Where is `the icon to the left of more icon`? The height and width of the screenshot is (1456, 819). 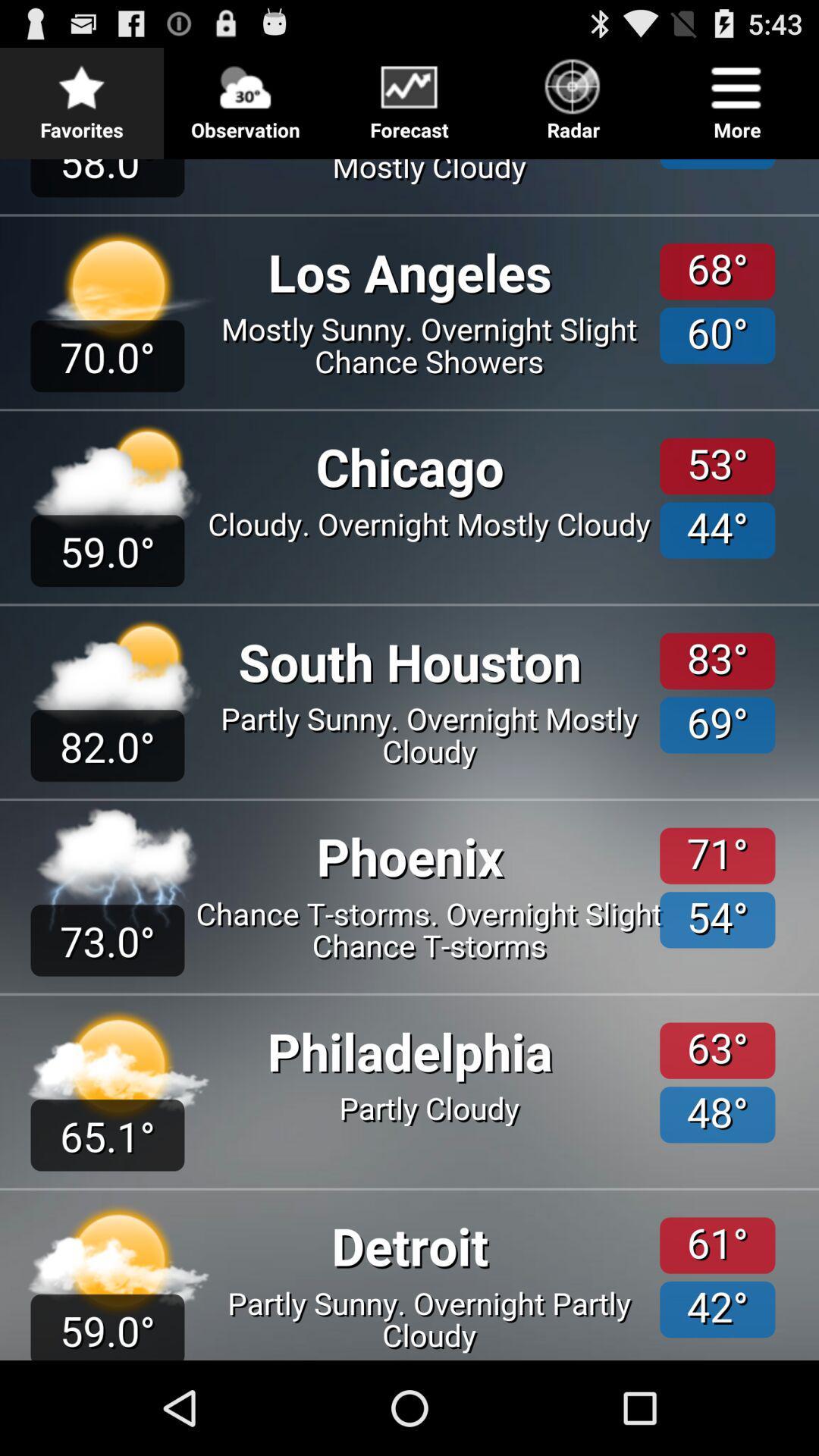
the icon to the left of more icon is located at coordinates (573, 94).